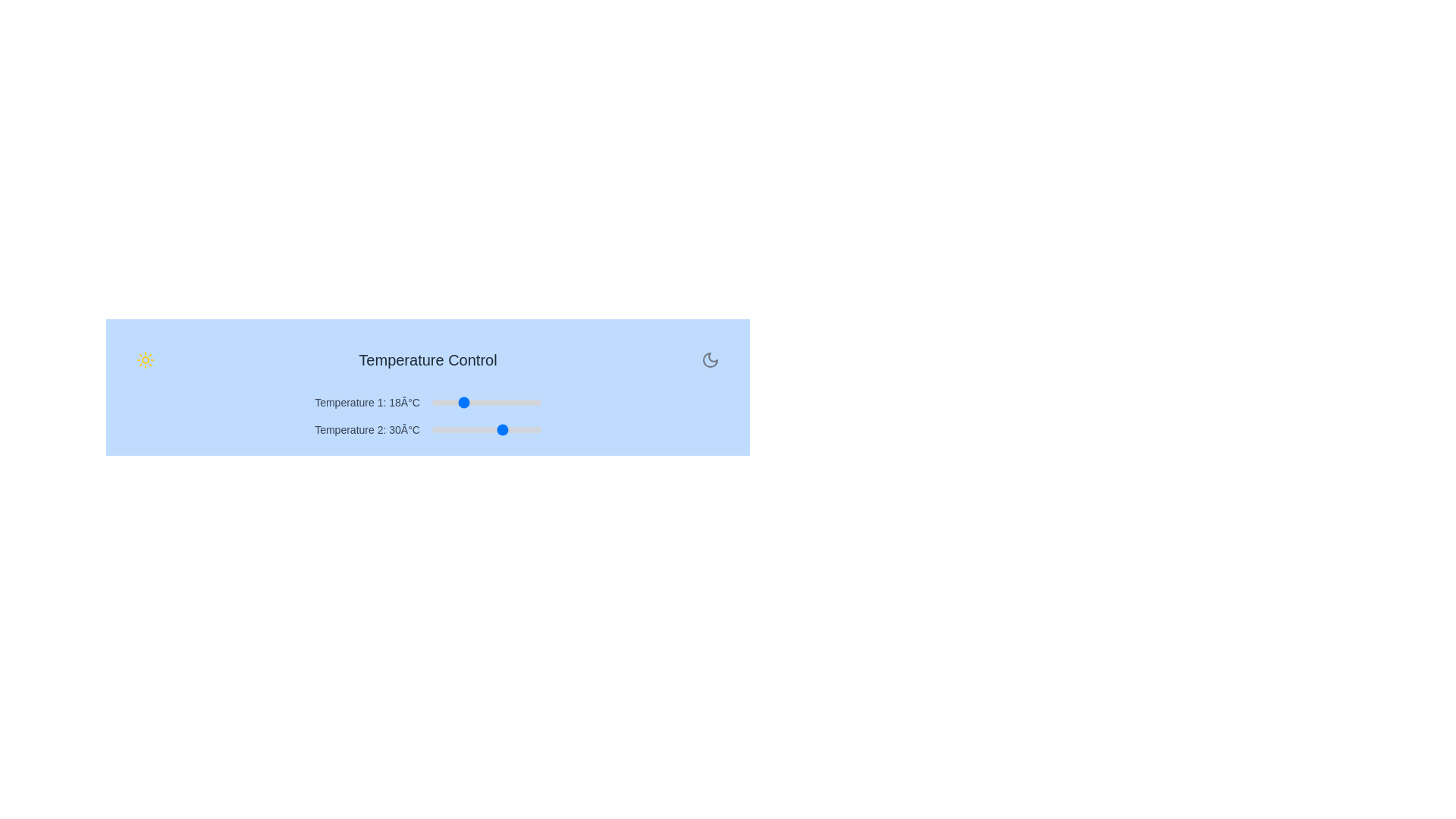  I want to click on the temperature, so click(471, 402).